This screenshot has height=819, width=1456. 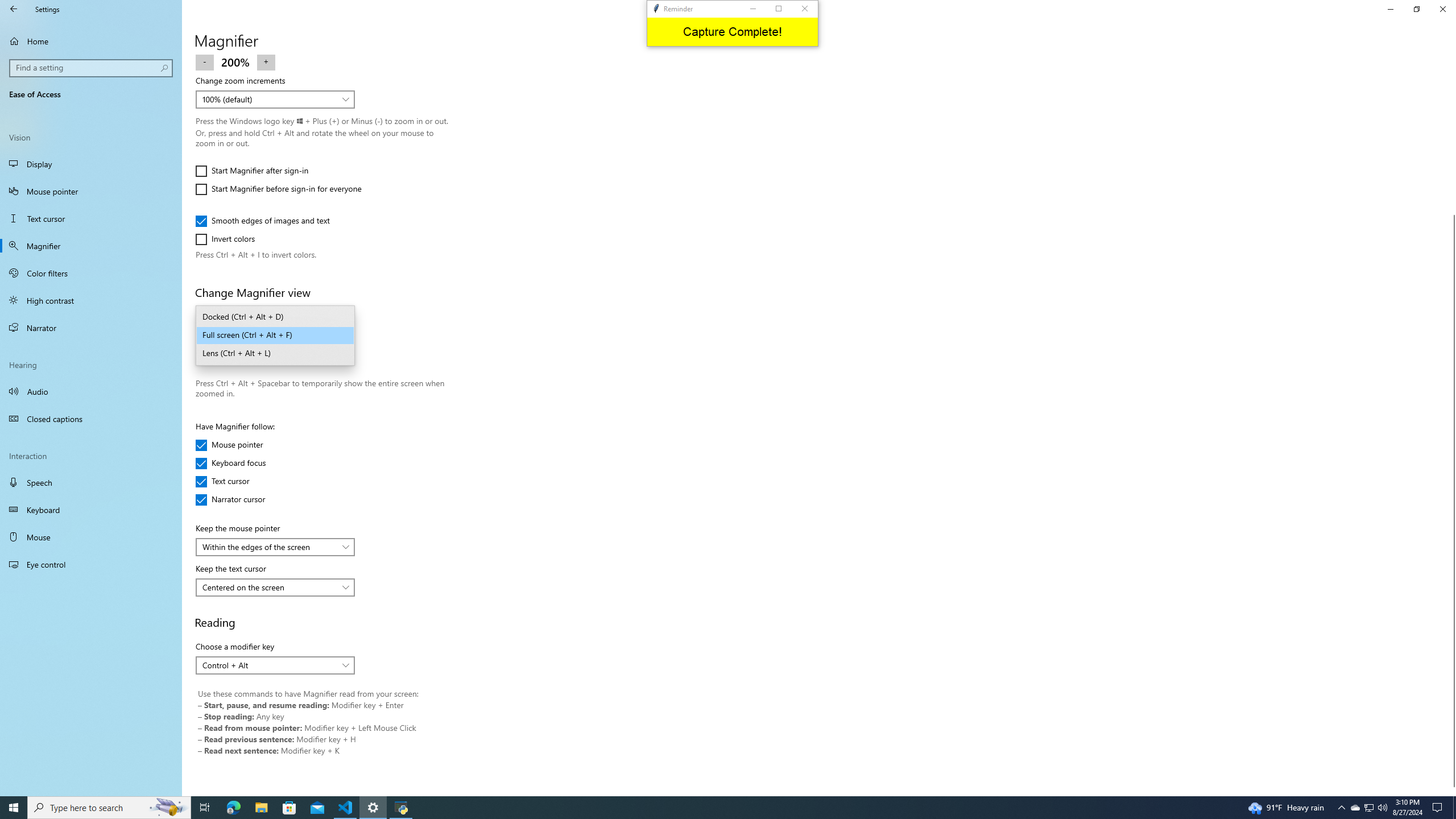 What do you see at coordinates (229, 445) in the screenshot?
I see `'Mouse pointer'` at bounding box center [229, 445].